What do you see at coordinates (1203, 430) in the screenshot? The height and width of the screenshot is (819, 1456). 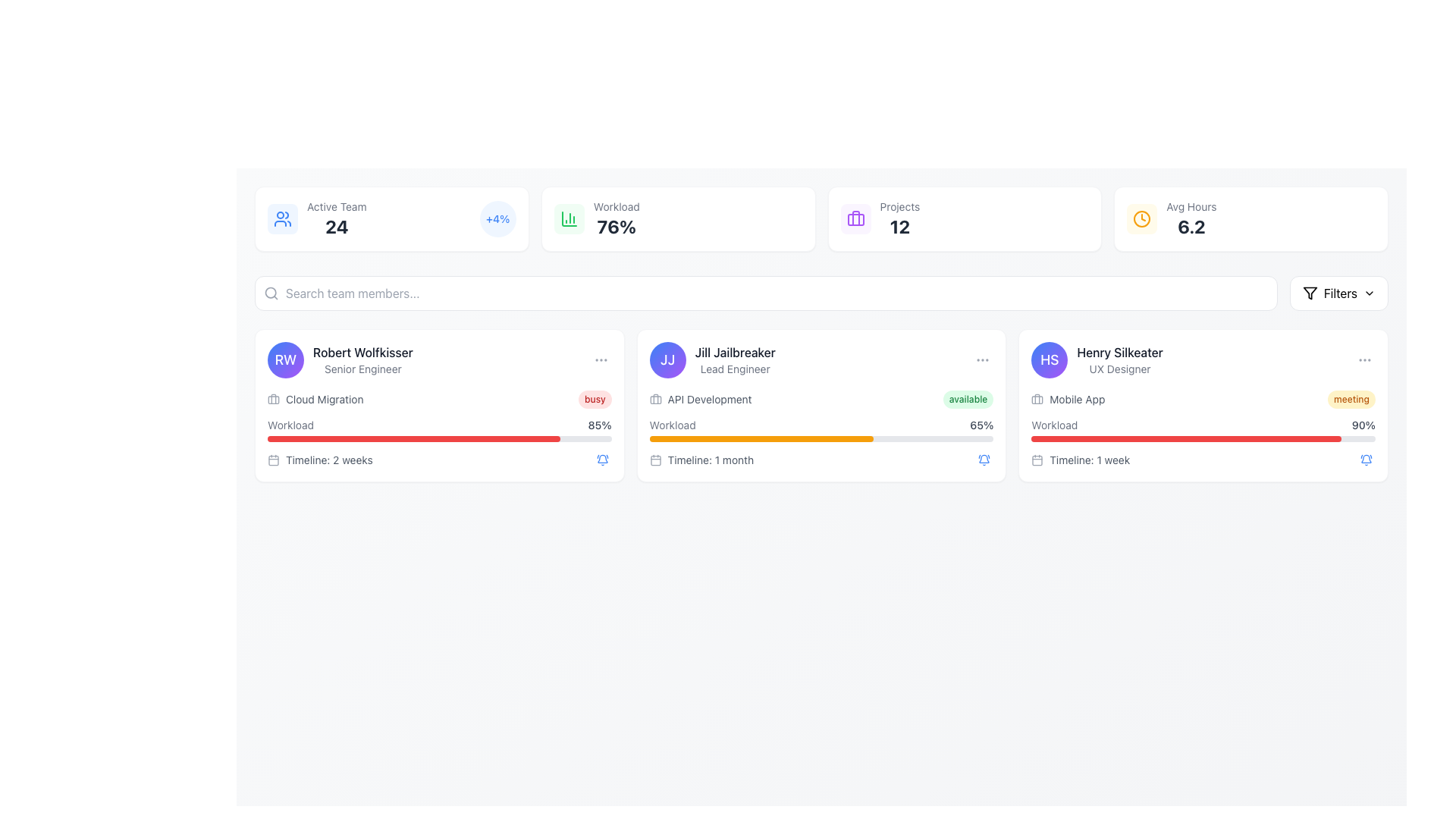 I see `the Progress bar indicating workload level for Henry Silkeater in the UX Designer section, located between the 'Mobile App' and 'Timeline: 1 week' labels` at bounding box center [1203, 430].